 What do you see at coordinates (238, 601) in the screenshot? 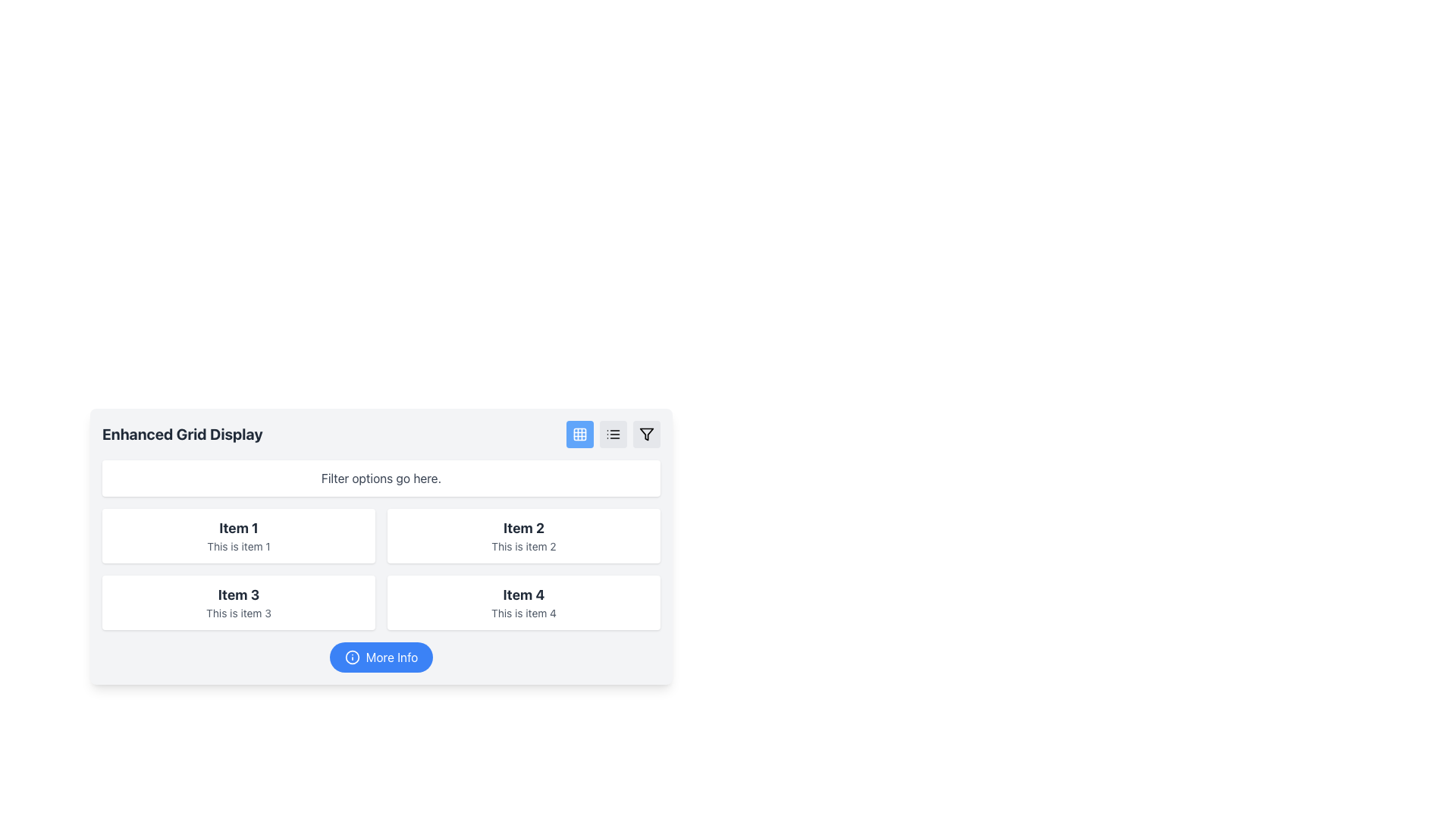
I see `the content card displaying information about 'Item 3', located in the lower row of a 2x2 grid layout, specifically at the first column, directly under 'Item 1' and to the left of 'Item 4'` at bounding box center [238, 601].